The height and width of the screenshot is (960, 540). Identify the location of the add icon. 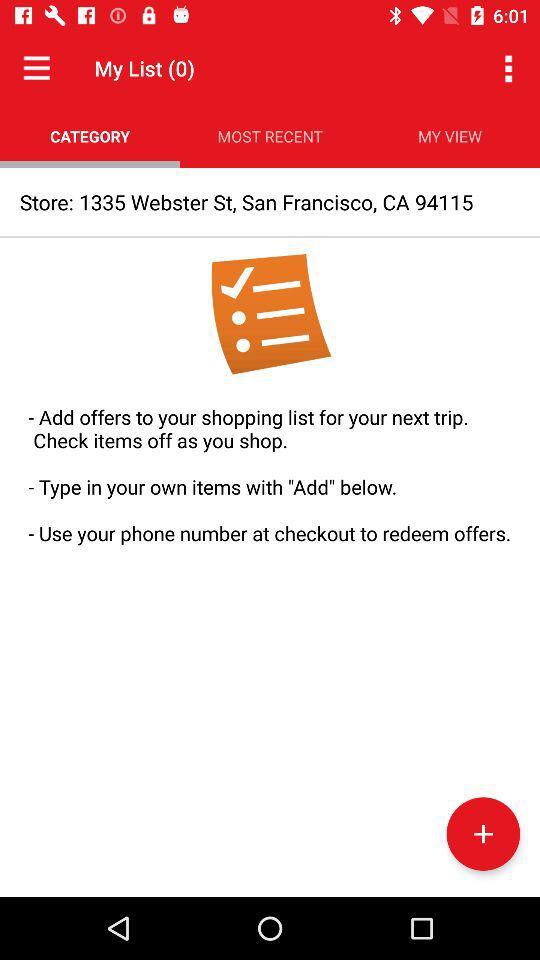
(482, 833).